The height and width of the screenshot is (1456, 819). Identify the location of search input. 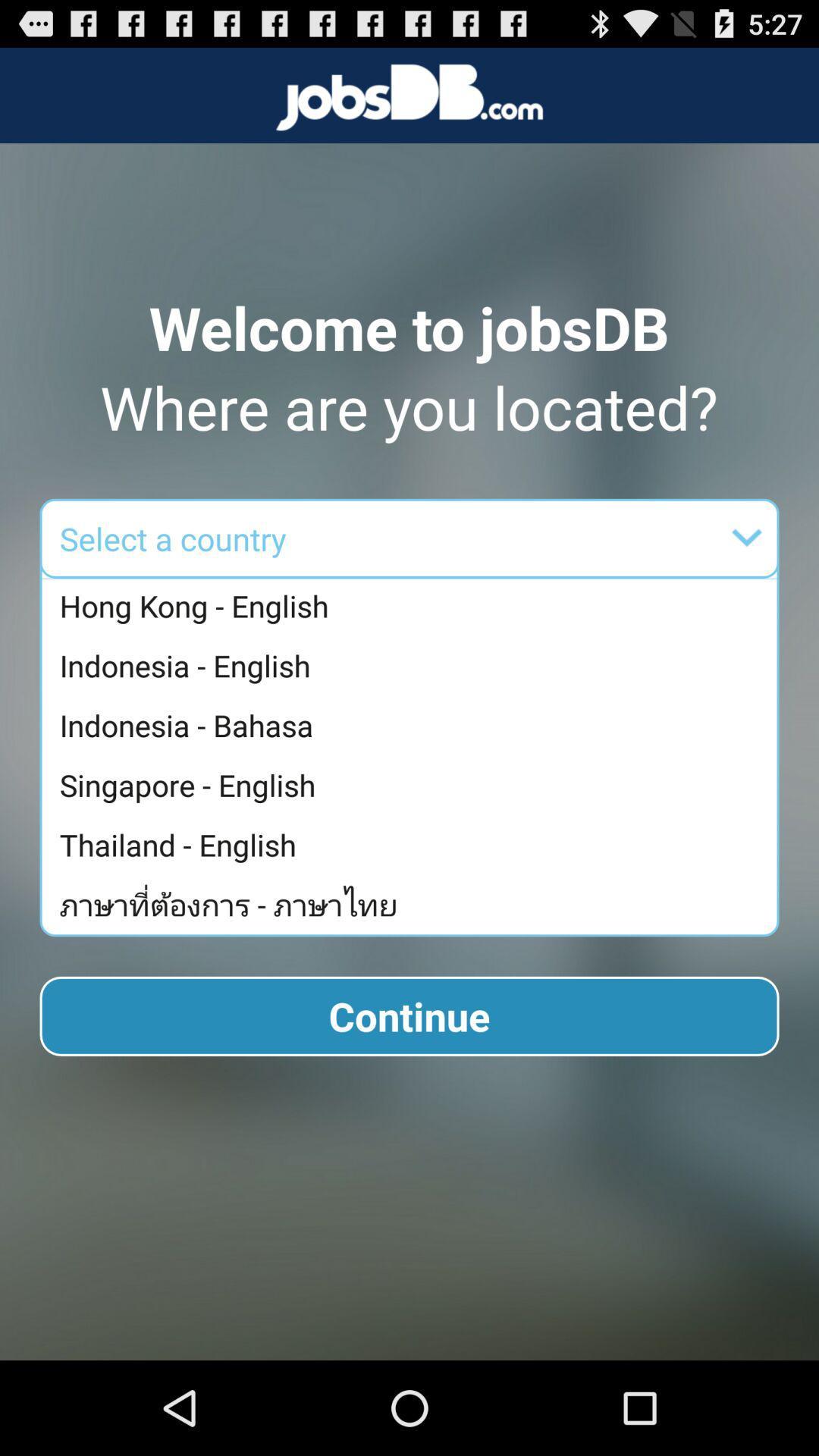
(507, 538).